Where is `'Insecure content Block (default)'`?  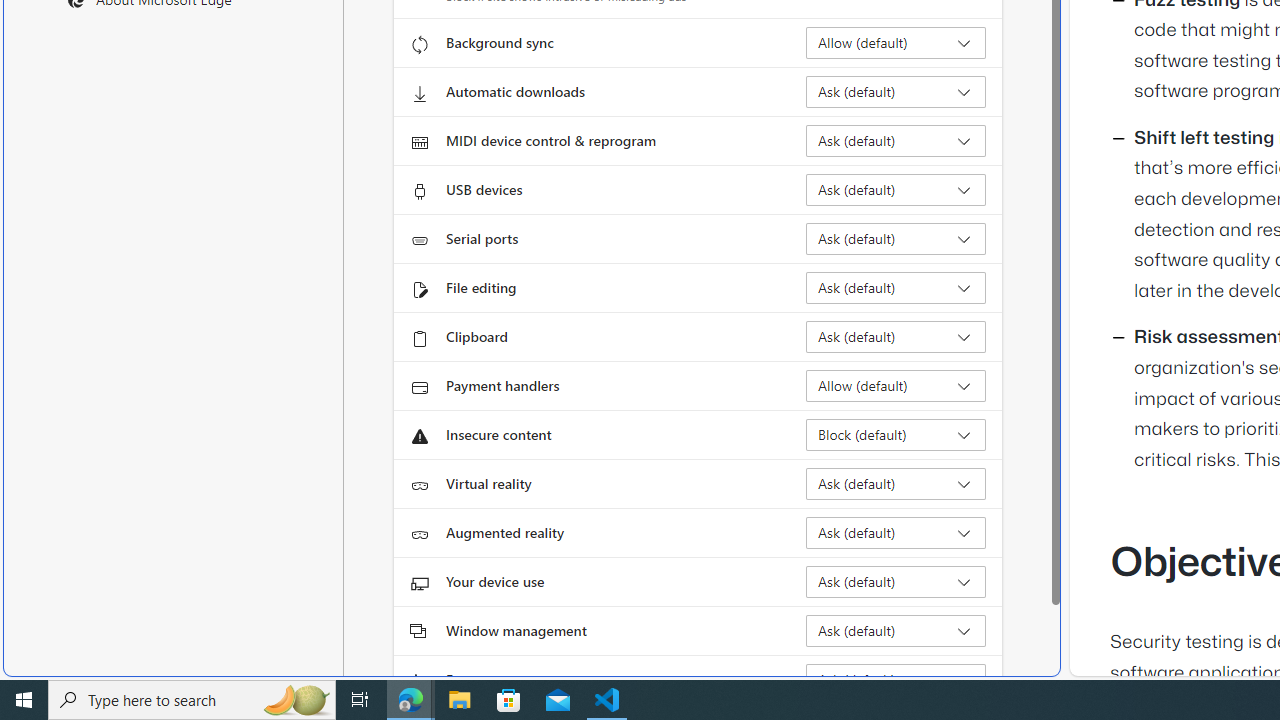 'Insecure content Block (default)' is located at coordinates (895, 433).